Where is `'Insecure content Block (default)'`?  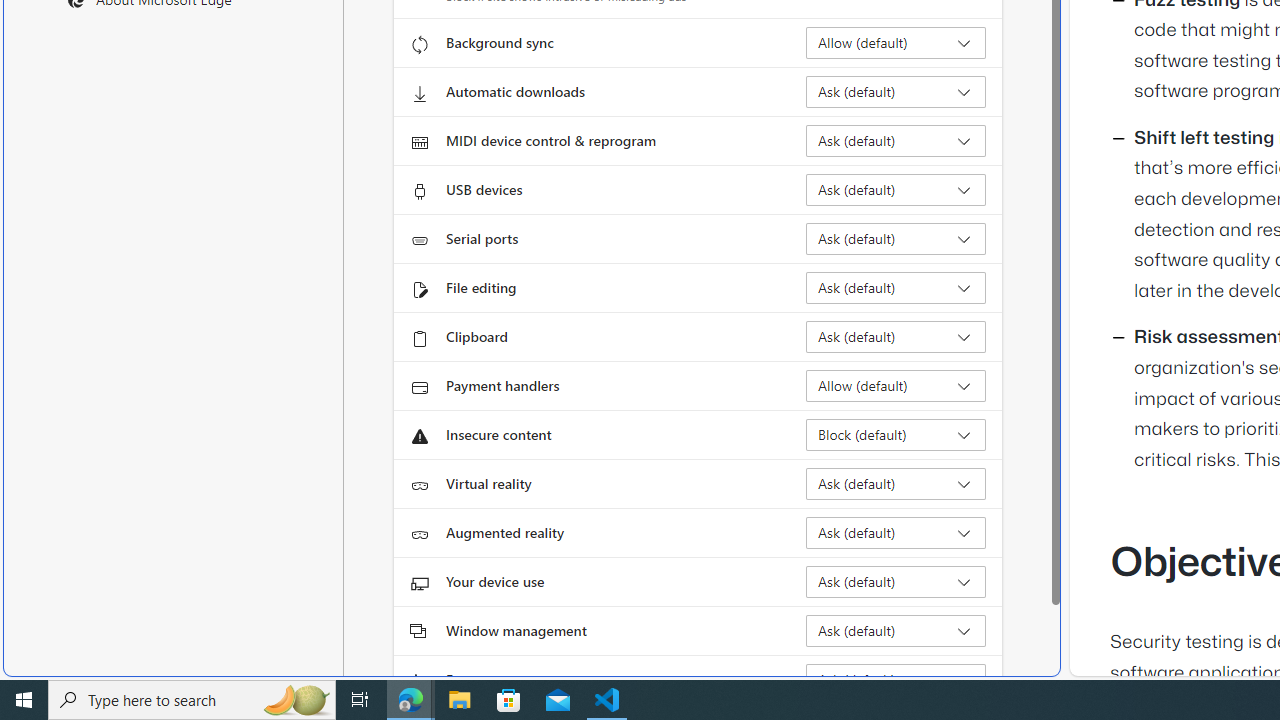 'Insecure content Block (default)' is located at coordinates (895, 433).